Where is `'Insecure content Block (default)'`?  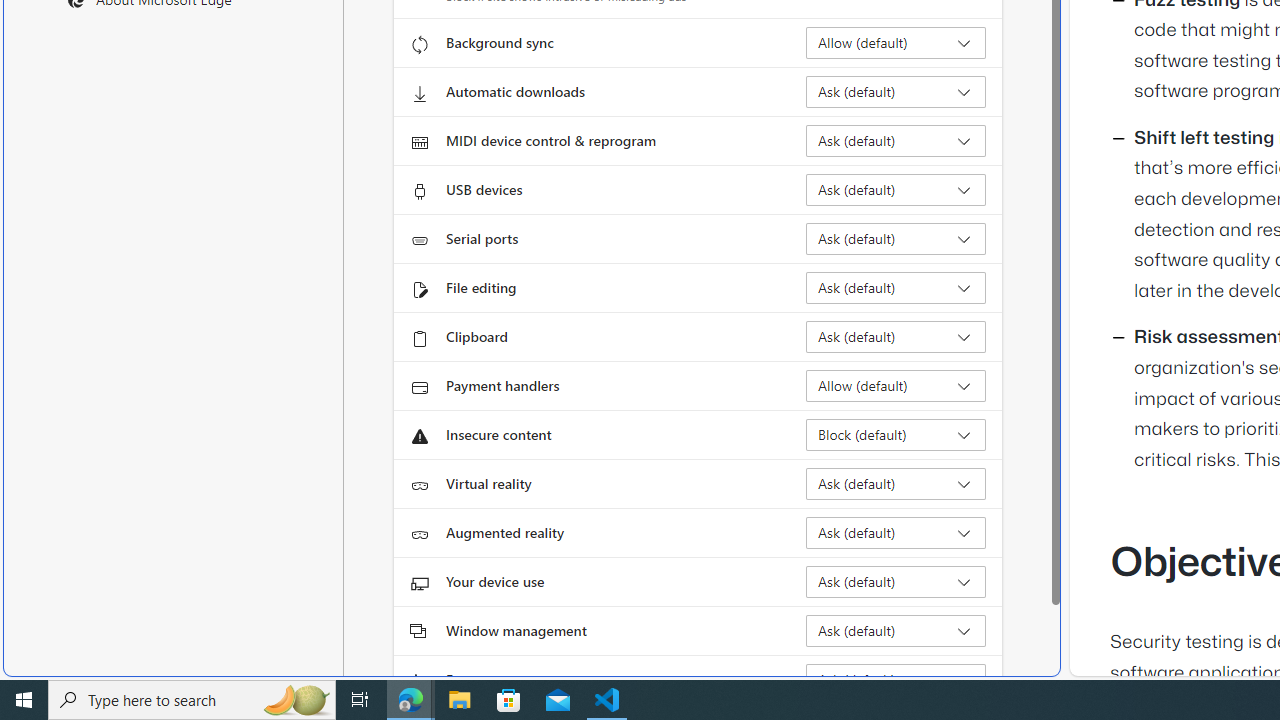 'Insecure content Block (default)' is located at coordinates (895, 433).